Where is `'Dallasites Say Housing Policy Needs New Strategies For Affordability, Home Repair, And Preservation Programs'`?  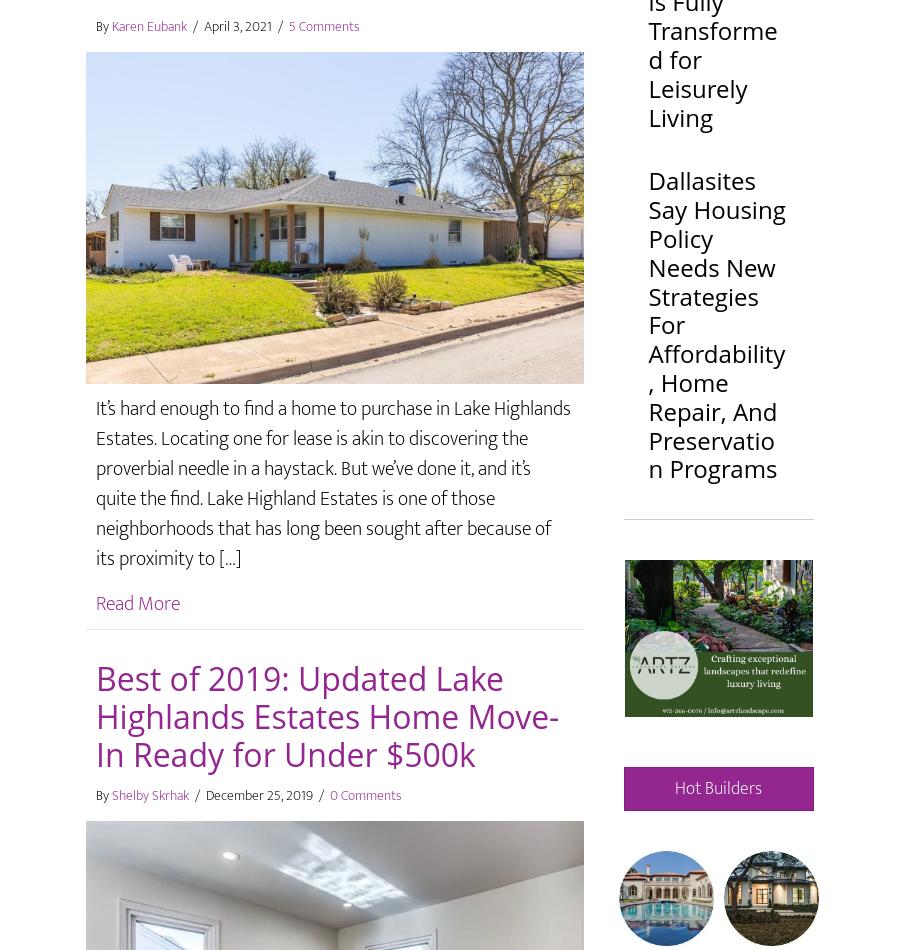 'Dallasites Say Housing Policy Needs New Strategies For Affordability, Home Repair, And Preservation Programs' is located at coordinates (715, 323).